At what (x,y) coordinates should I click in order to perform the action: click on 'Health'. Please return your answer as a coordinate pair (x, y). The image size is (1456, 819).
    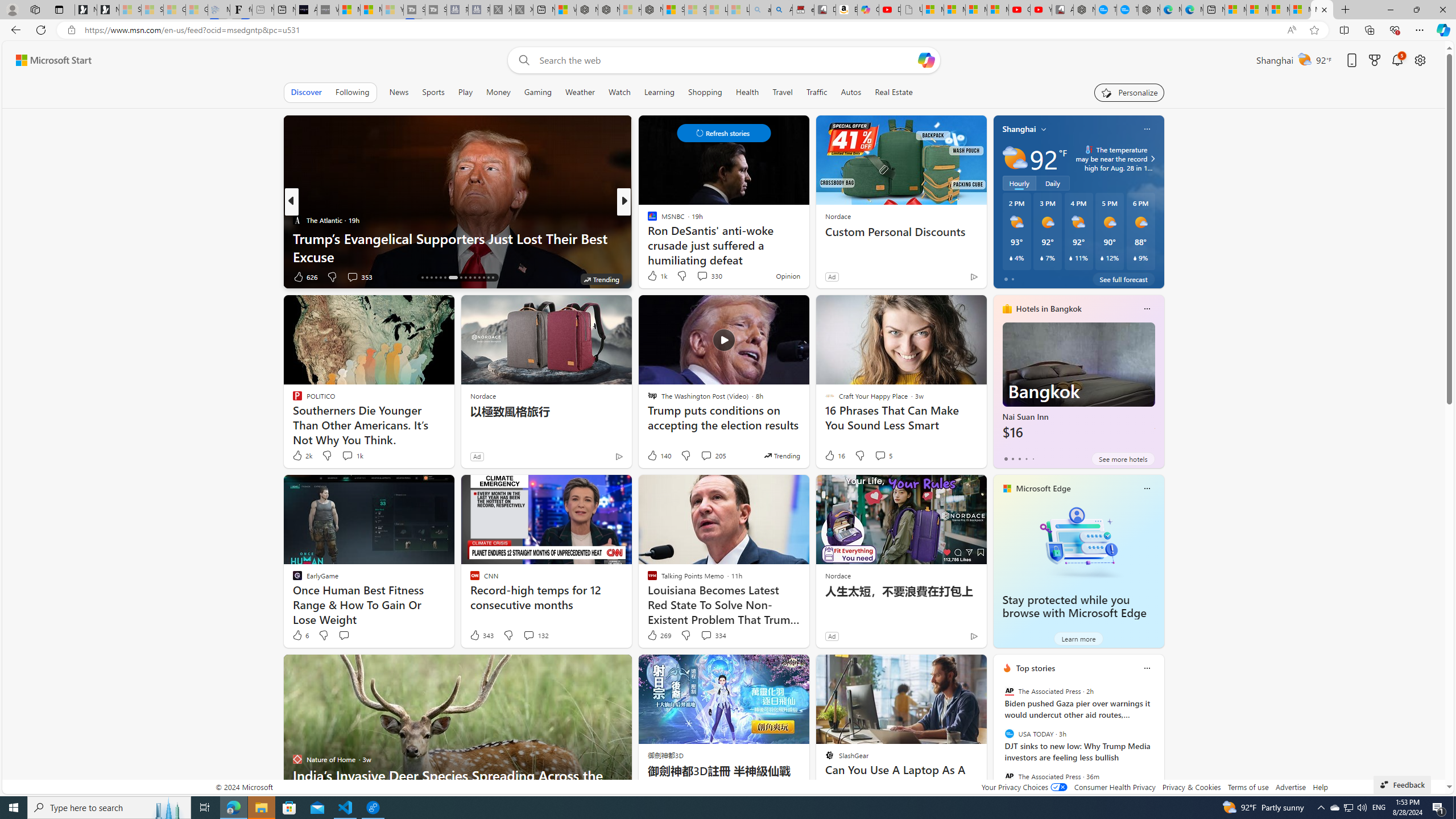
    Looking at the image, I should click on (746, 92).